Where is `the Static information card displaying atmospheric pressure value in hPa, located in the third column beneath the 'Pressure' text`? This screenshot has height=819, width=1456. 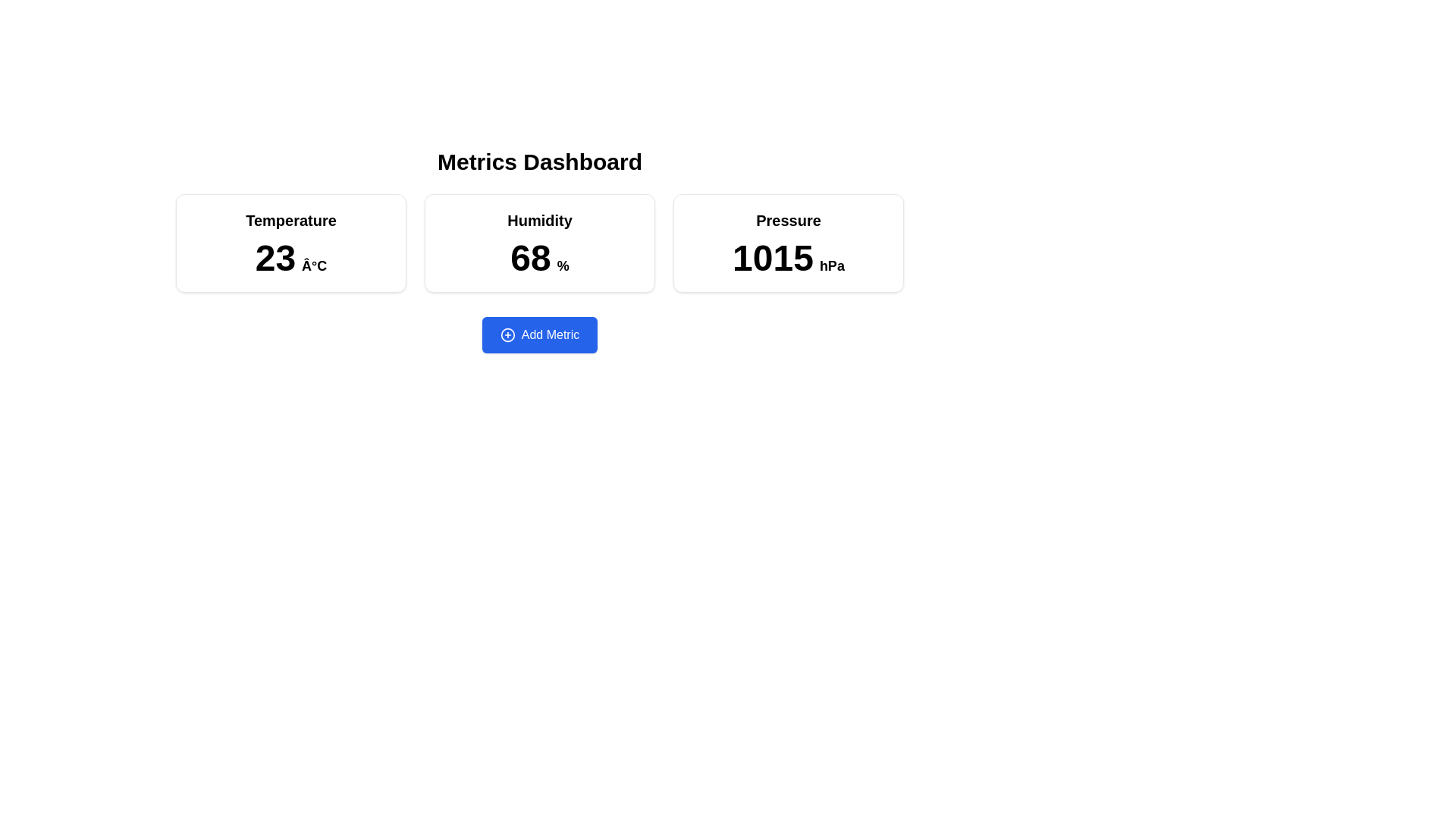 the Static information card displaying atmospheric pressure value in hPa, located in the third column beneath the 'Pressure' text is located at coordinates (789, 242).